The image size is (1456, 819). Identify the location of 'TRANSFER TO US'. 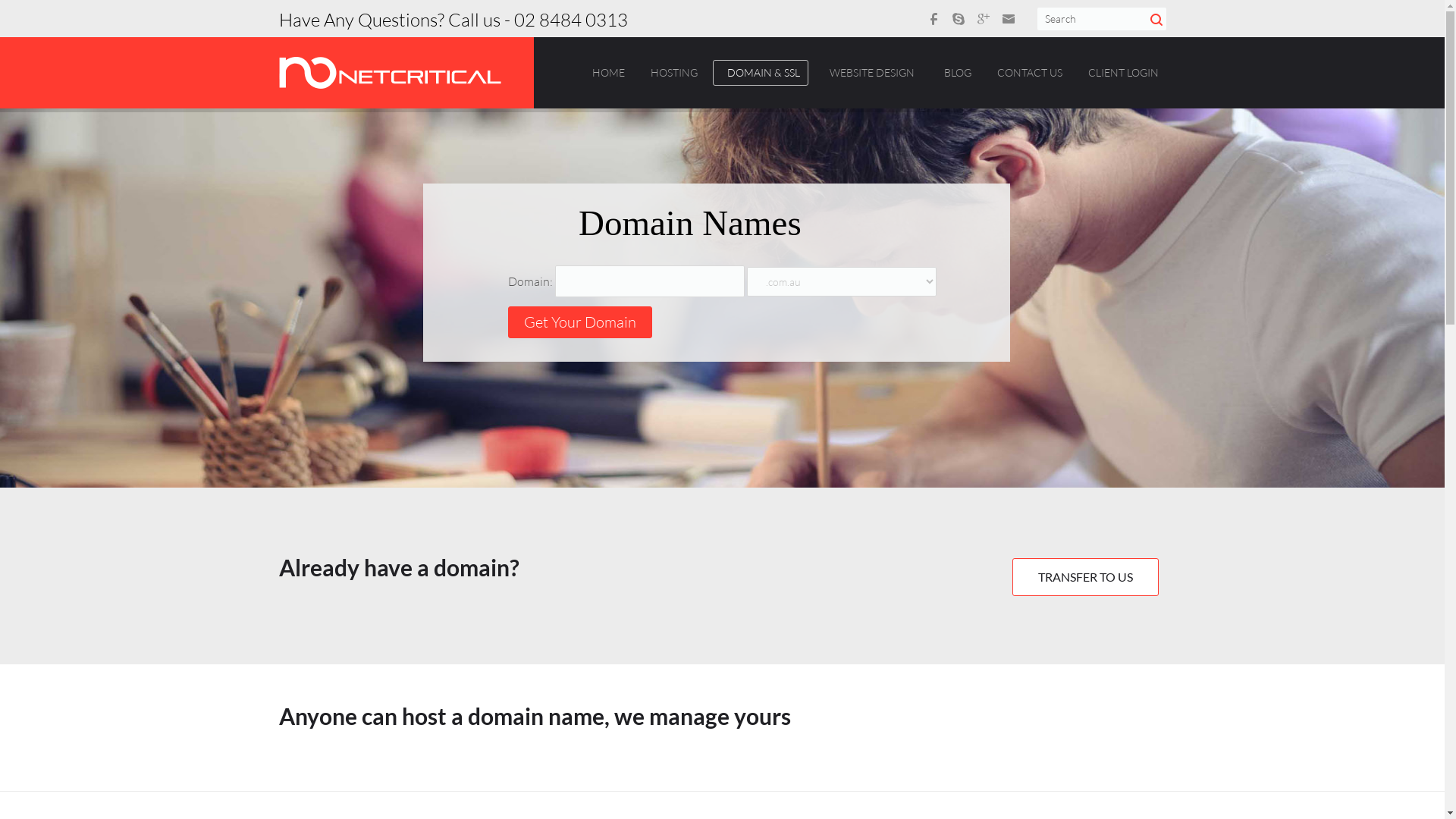
(1084, 576).